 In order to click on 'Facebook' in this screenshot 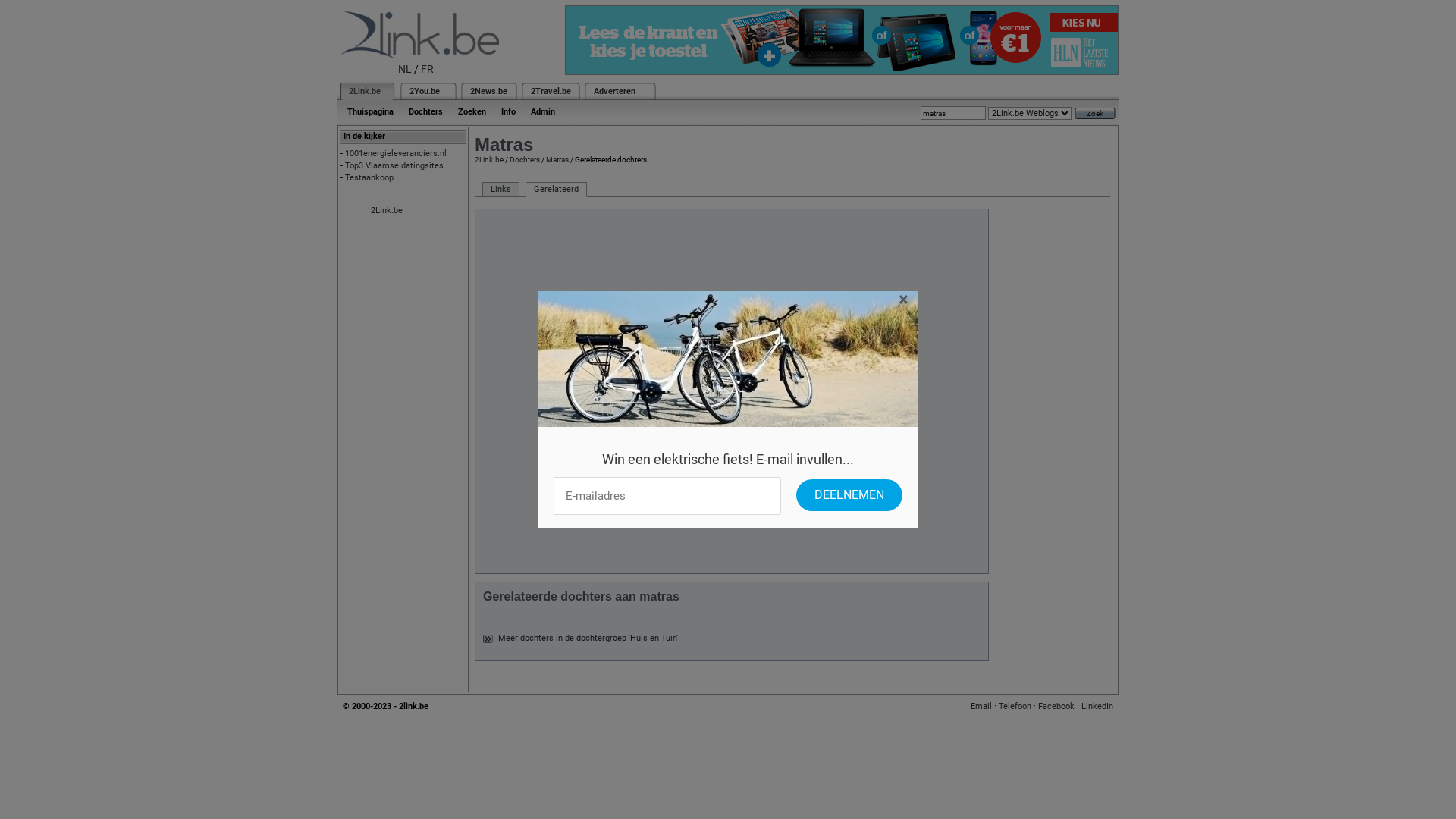, I will do `click(1055, 706)`.